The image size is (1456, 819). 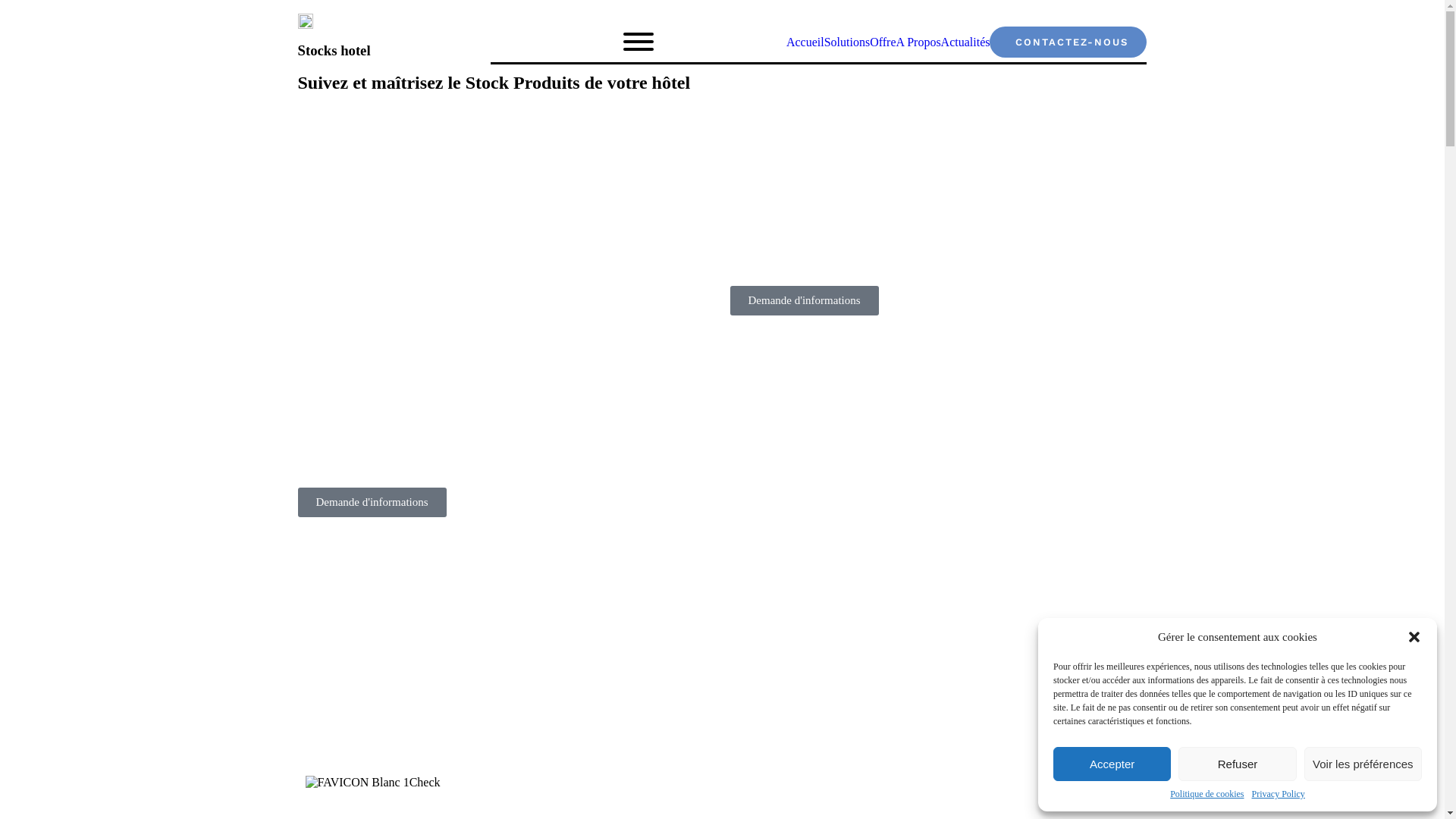 What do you see at coordinates (786, 41) in the screenshot?
I see `'Accueil'` at bounding box center [786, 41].